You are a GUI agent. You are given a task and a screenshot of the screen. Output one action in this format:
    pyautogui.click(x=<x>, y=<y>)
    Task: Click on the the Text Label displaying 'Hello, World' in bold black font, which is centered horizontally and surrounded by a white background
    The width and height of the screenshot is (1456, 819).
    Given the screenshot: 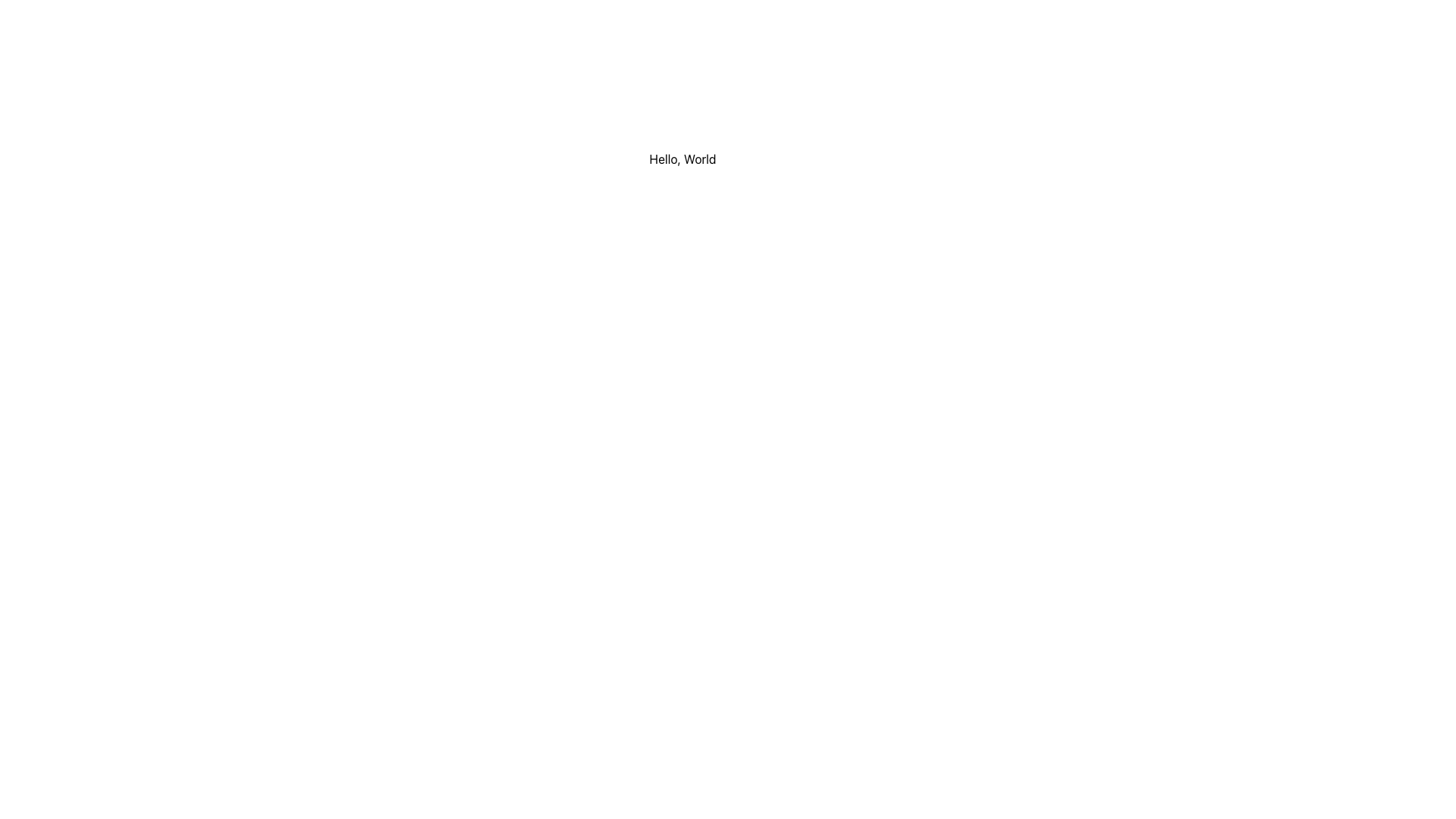 What is the action you would take?
    pyautogui.click(x=682, y=158)
    